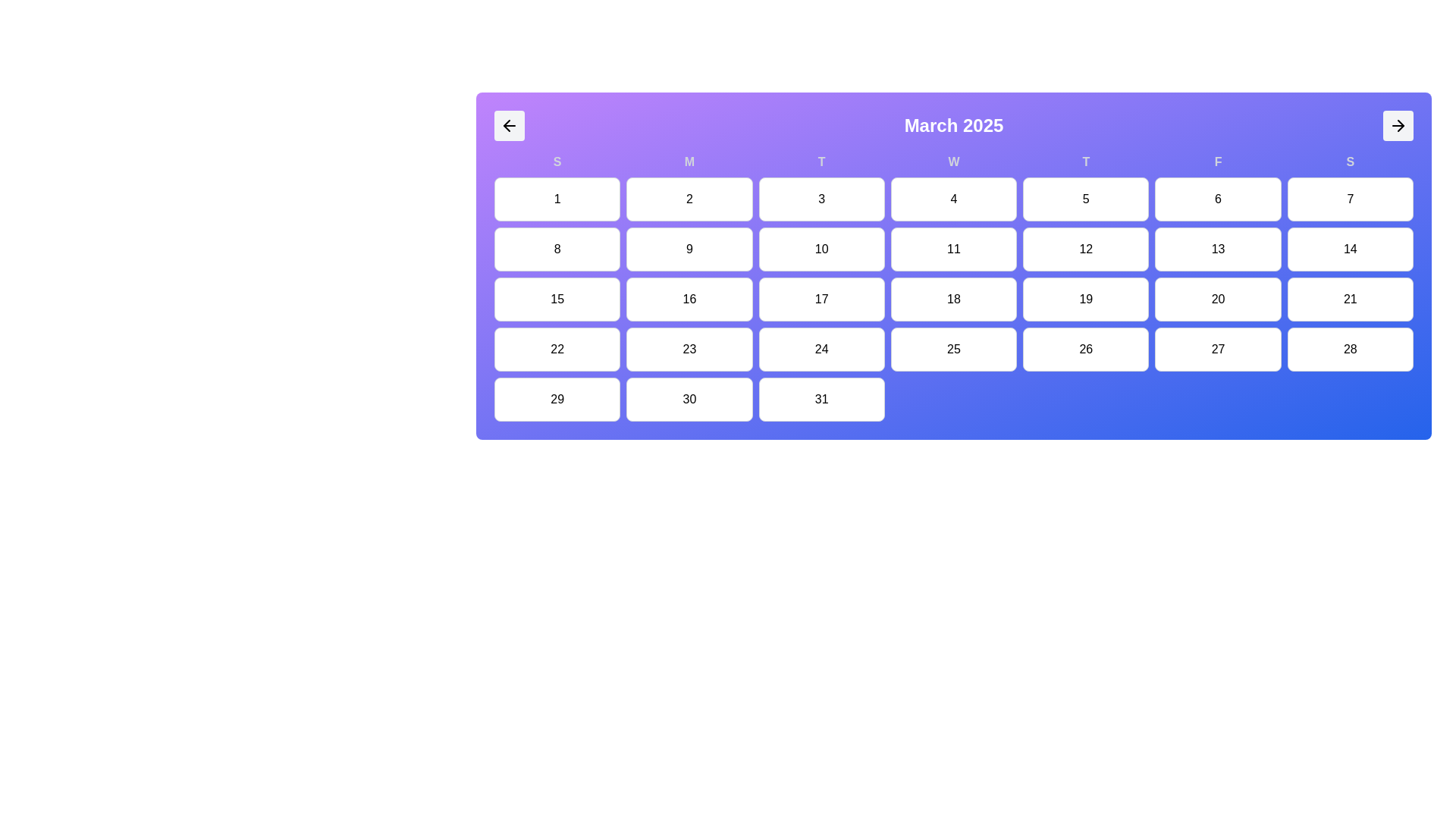 Image resolution: width=1456 pixels, height=819 pixels. What do you see at coordinates (1400, 124) in the screenshot?
I see `the right-pointing arrowhead SVG element located near the top right corner of the calendar component` at bounding box center [1400, 124].